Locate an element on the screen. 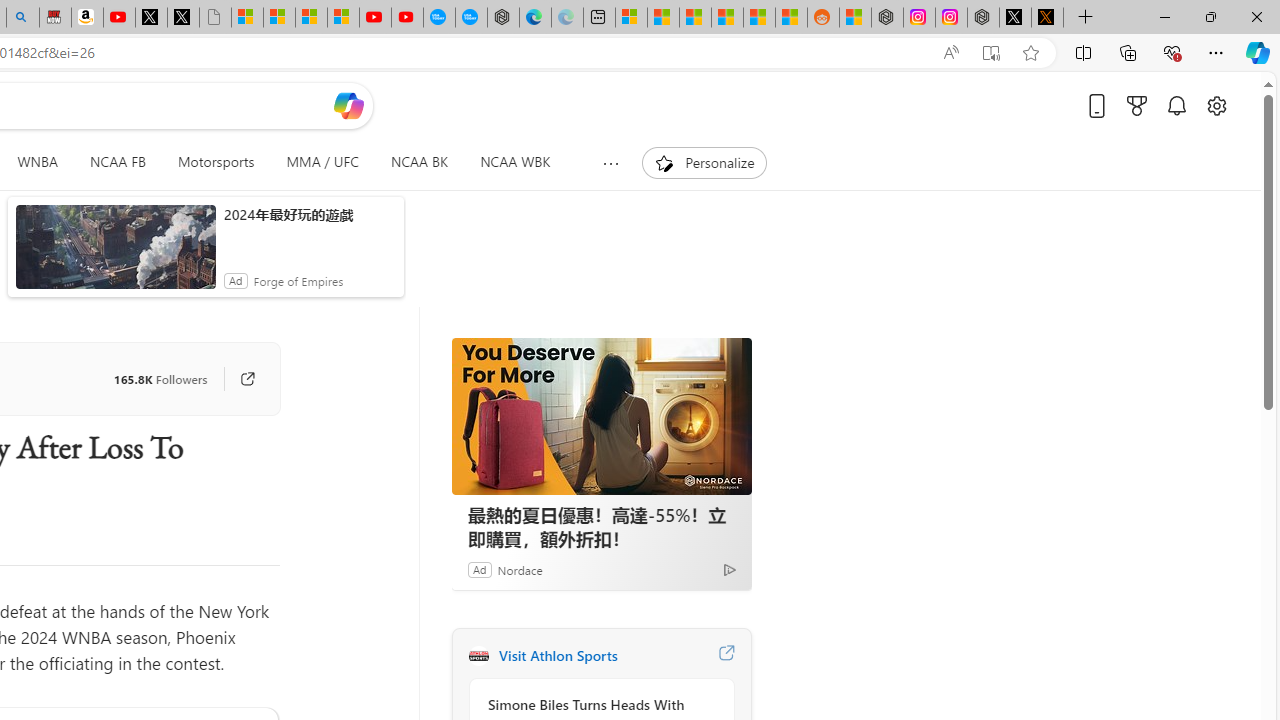 This screenshot has width=1280, height=720. 'Ad Choice' is located at coordinates (728, 569).